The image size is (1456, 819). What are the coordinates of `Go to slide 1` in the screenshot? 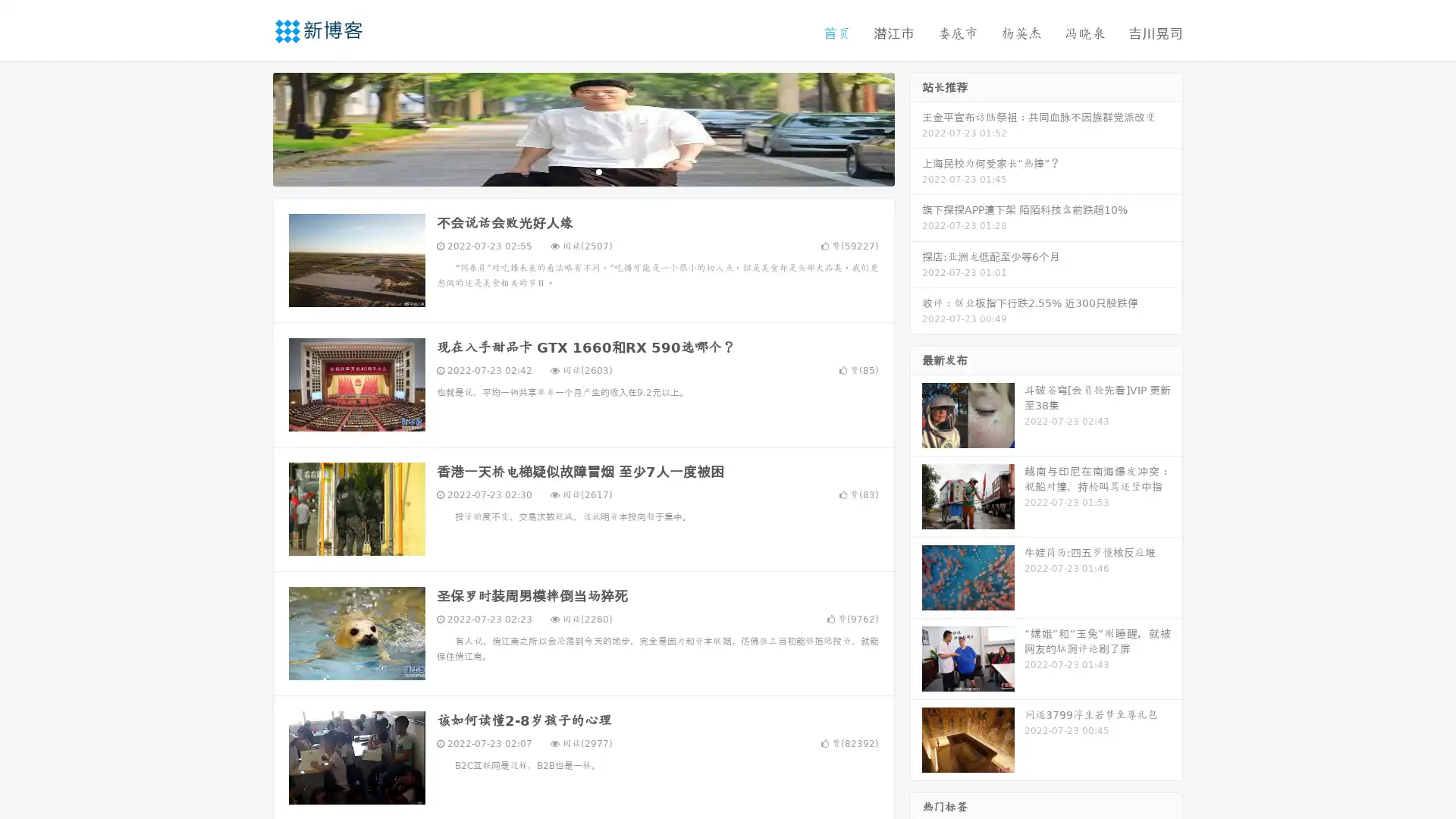 It's located at (567, 171).